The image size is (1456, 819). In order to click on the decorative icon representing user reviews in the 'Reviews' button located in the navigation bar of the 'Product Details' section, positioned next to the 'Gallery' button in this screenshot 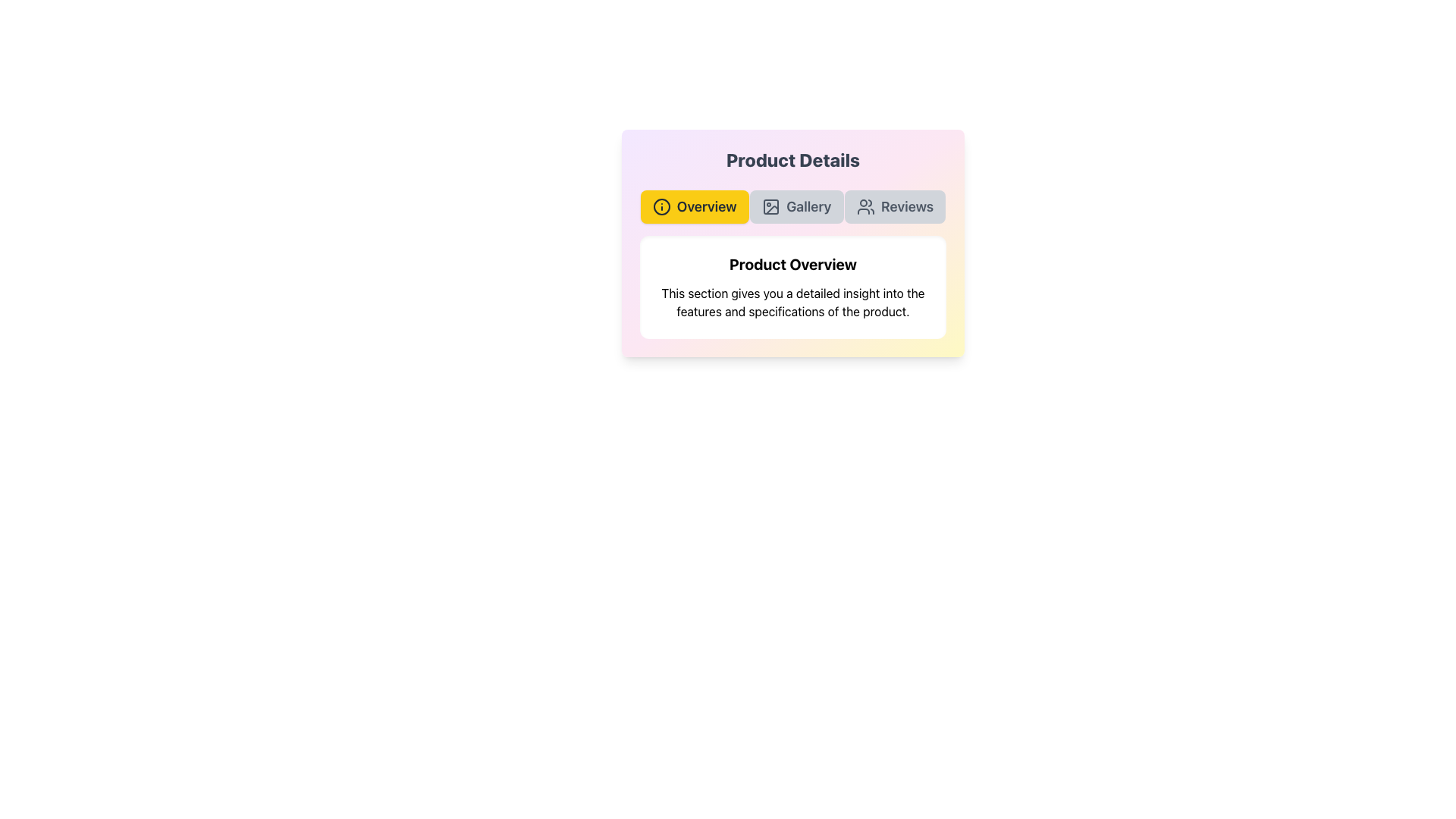, I will do `click(866, 207)`.